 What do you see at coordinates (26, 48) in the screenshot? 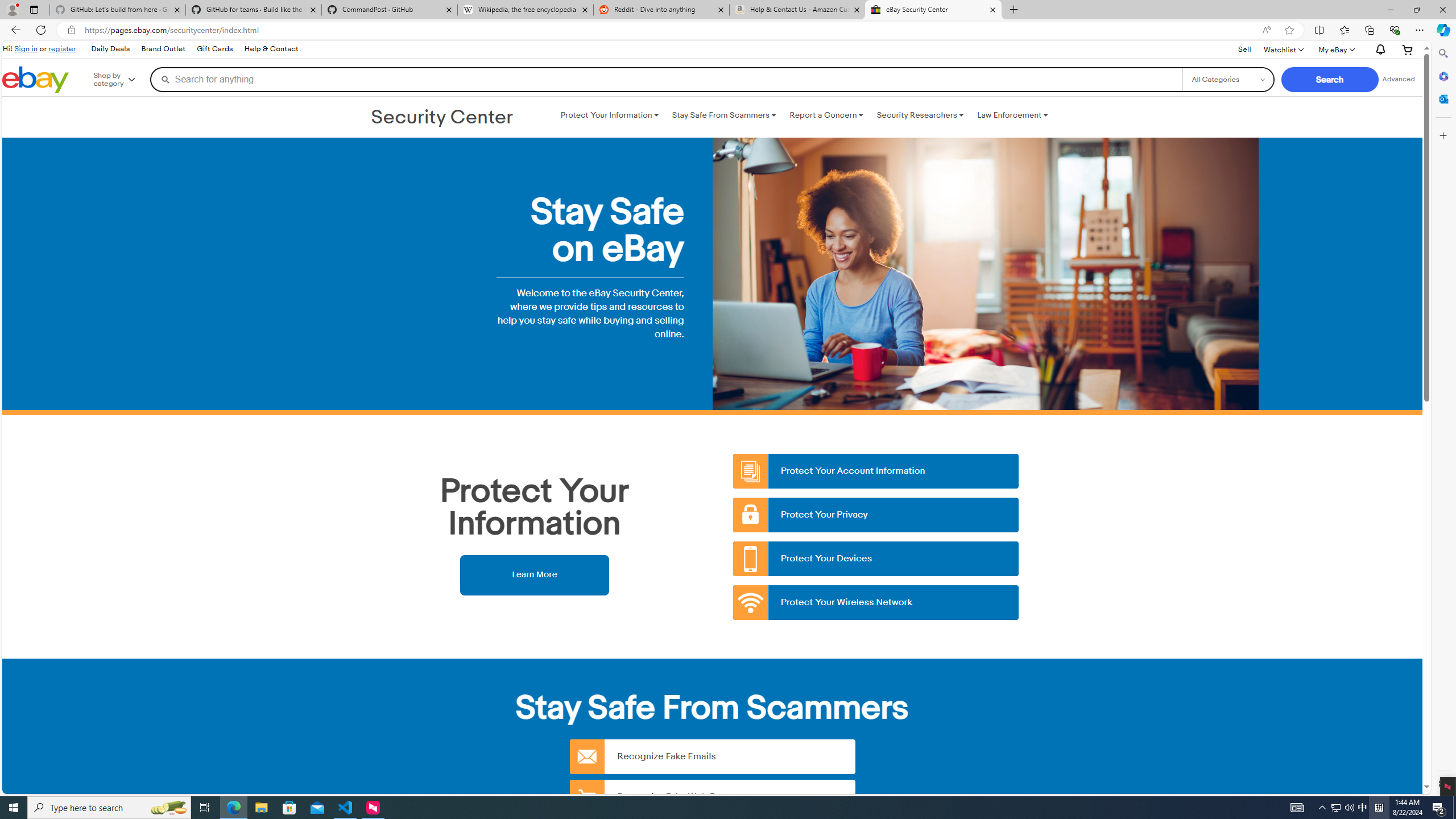
I see `'Sign in'` at bounding box center [26, 48].